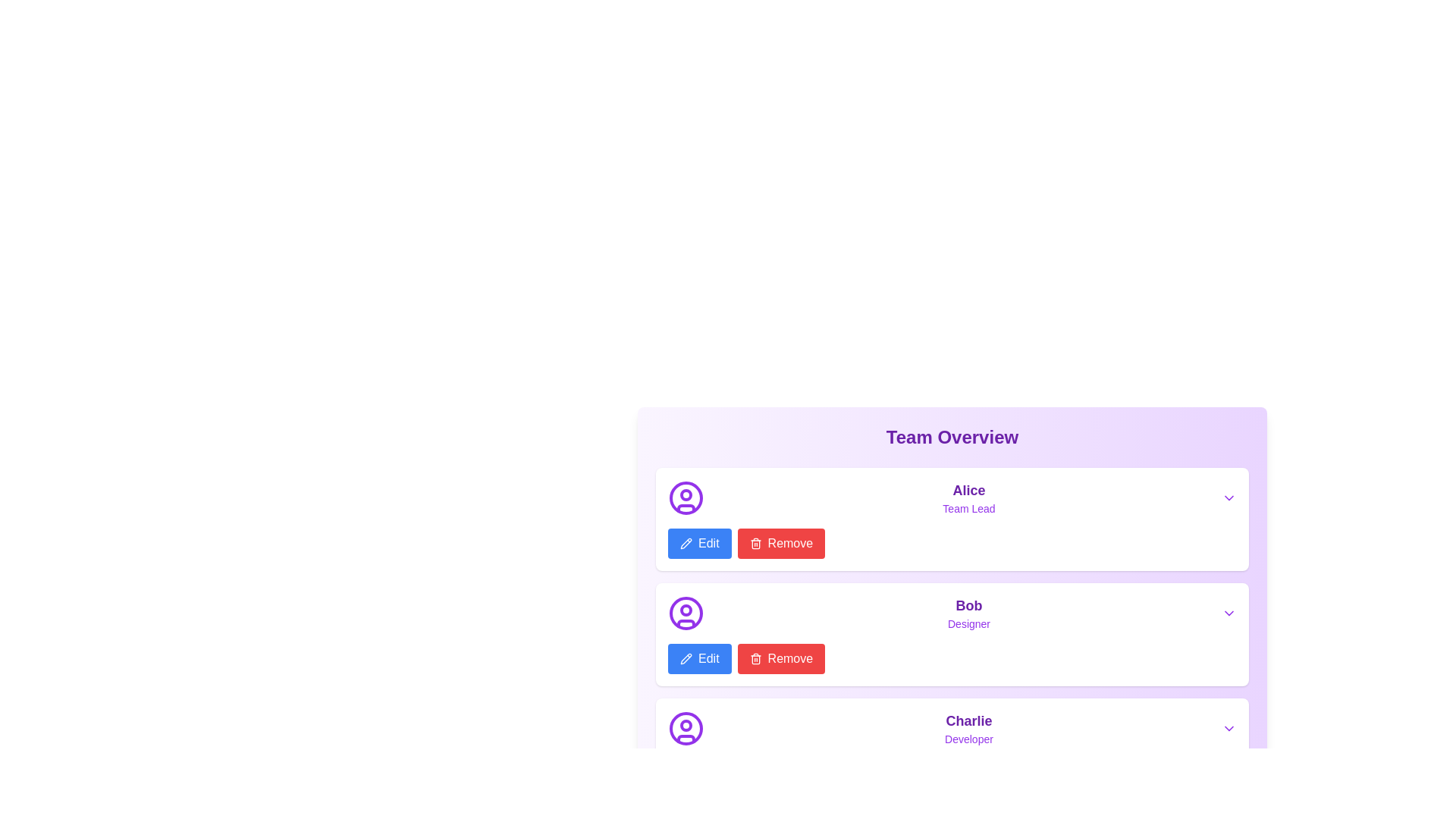  What do you see at coordinates (1229, 613) in the screenshot?
I see `the dropdown trigger icon located to the right of the text 'Bob Designer'` at bounding box center [1229, 613].